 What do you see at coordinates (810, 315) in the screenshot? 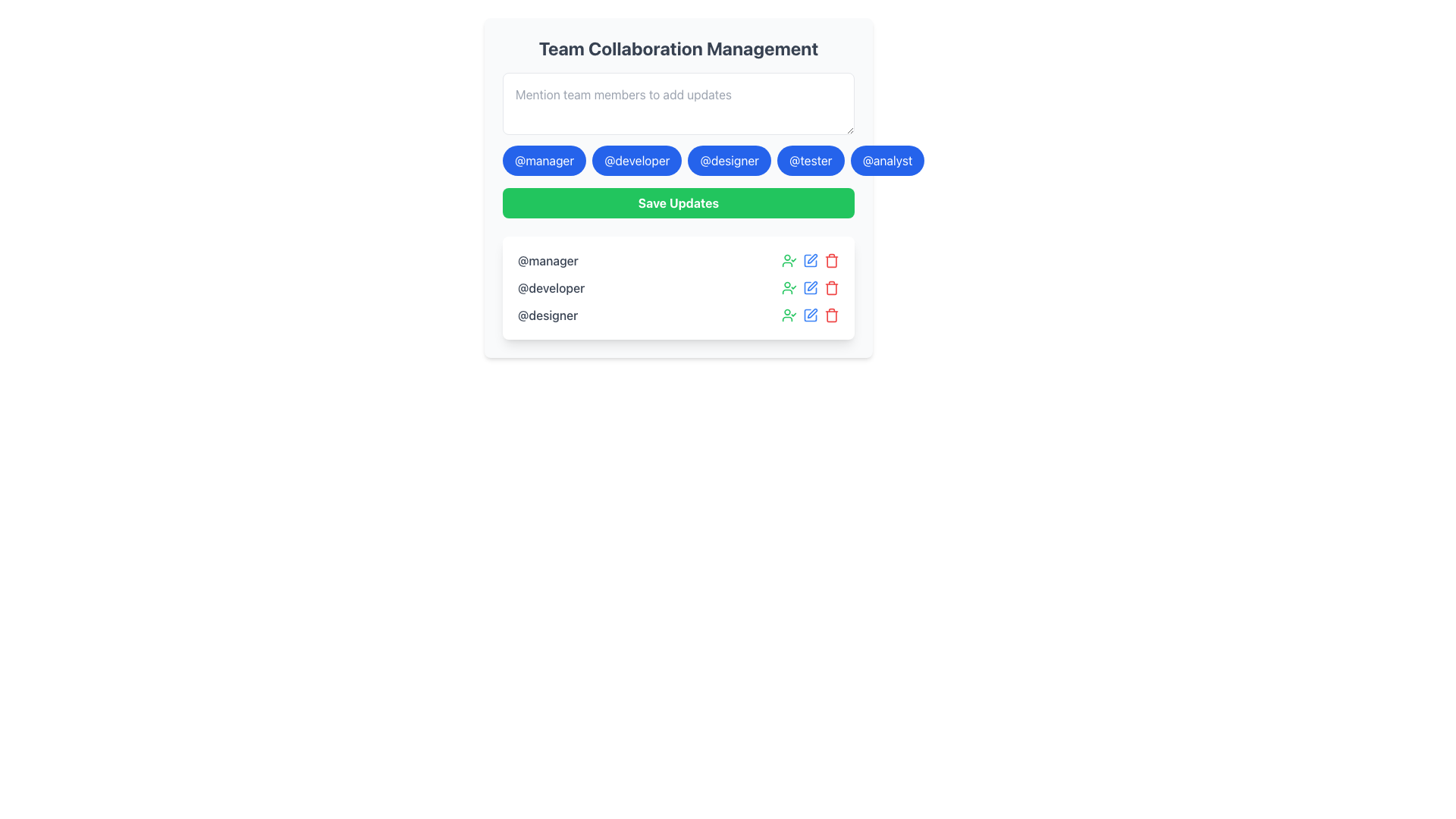
I see `the Icon representing a graphical component for editing, located near the '@designer' entry` at bounding box center [810, 315].